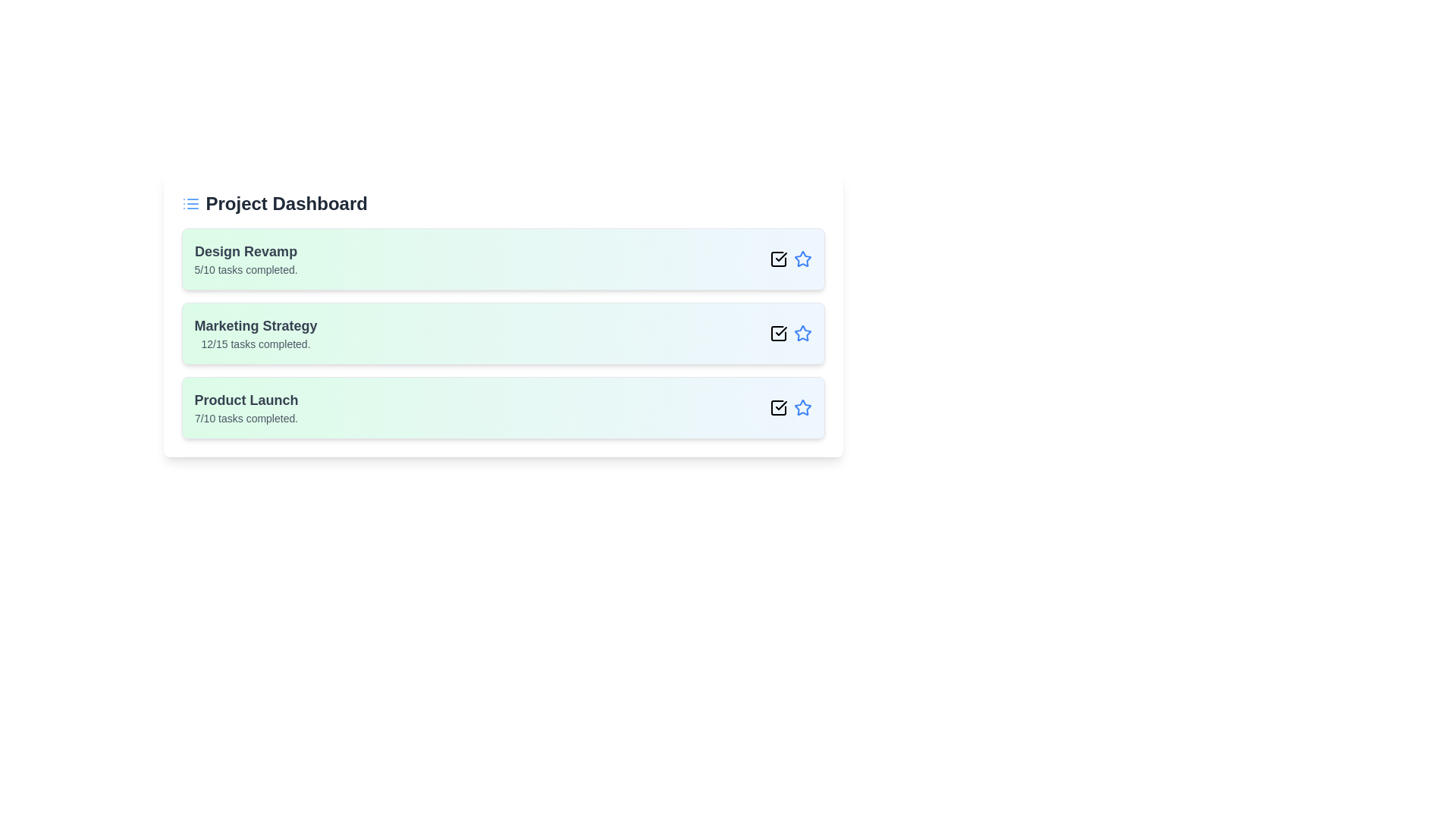 This screenshot has height=819, width=1456. What do you see at coordinates (503, 406) in the screenshot?
I see `the project item Product Launch to select it` at bounding box center [503, 406].